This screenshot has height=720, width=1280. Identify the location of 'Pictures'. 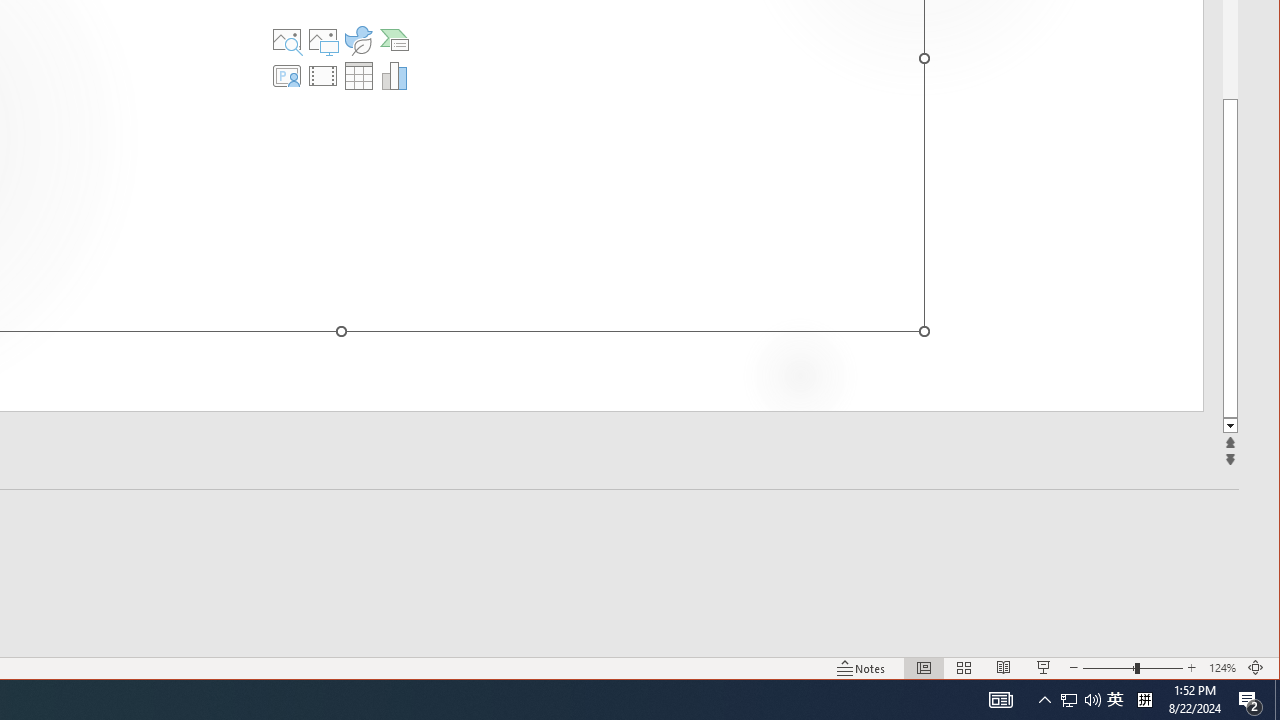
(323, 39).